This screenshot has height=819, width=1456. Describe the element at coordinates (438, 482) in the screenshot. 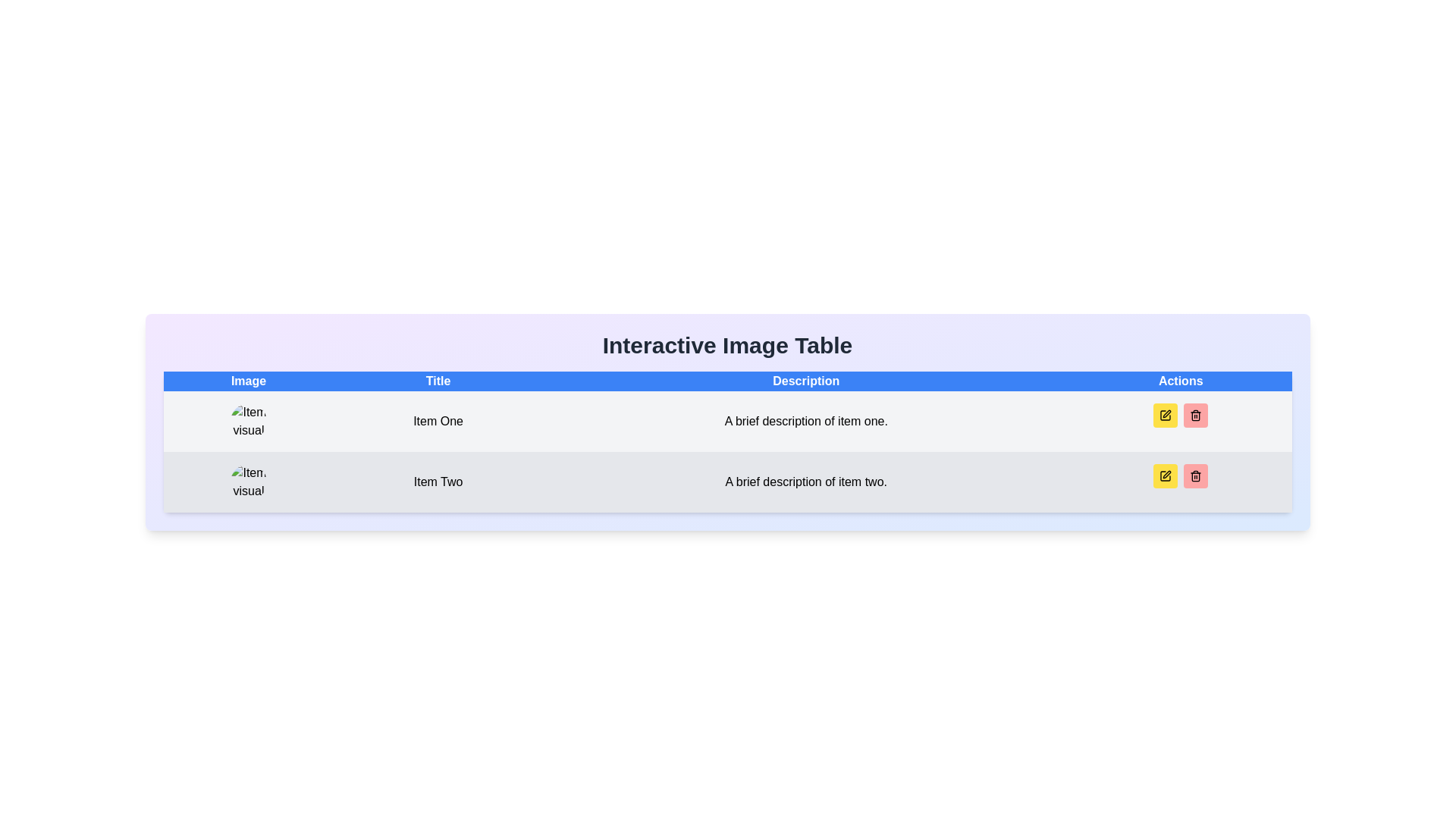

I see `the text element displaying 'Item Two' in the 'Title' column of the table layout` at that location.